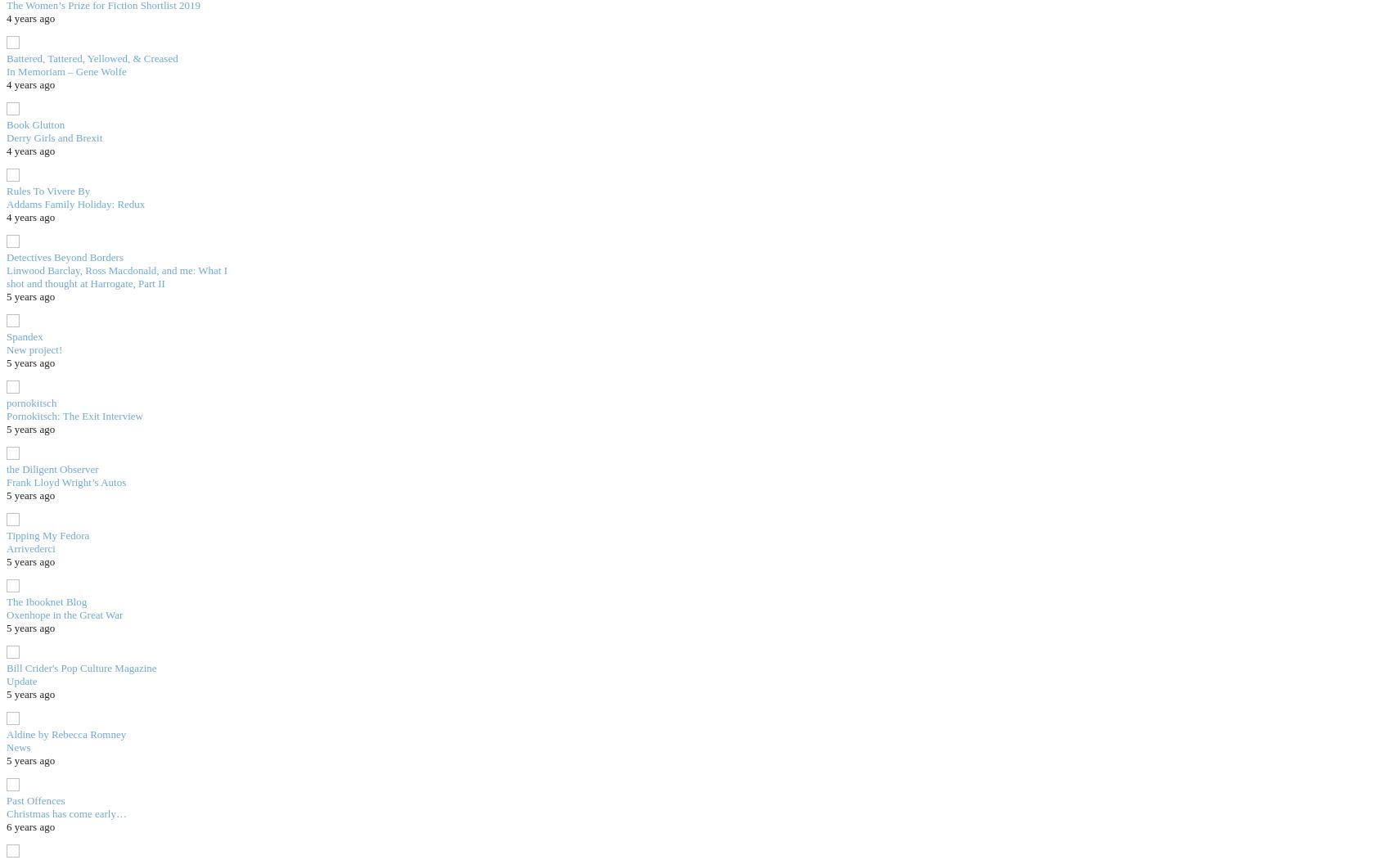 This screenshot has height=860, width=1400. What do you see at coordinates (80, 667) in the screenshot?
I see `'Bill Crider's Pop Culture Magazine'` at bounding box center [80, 667].